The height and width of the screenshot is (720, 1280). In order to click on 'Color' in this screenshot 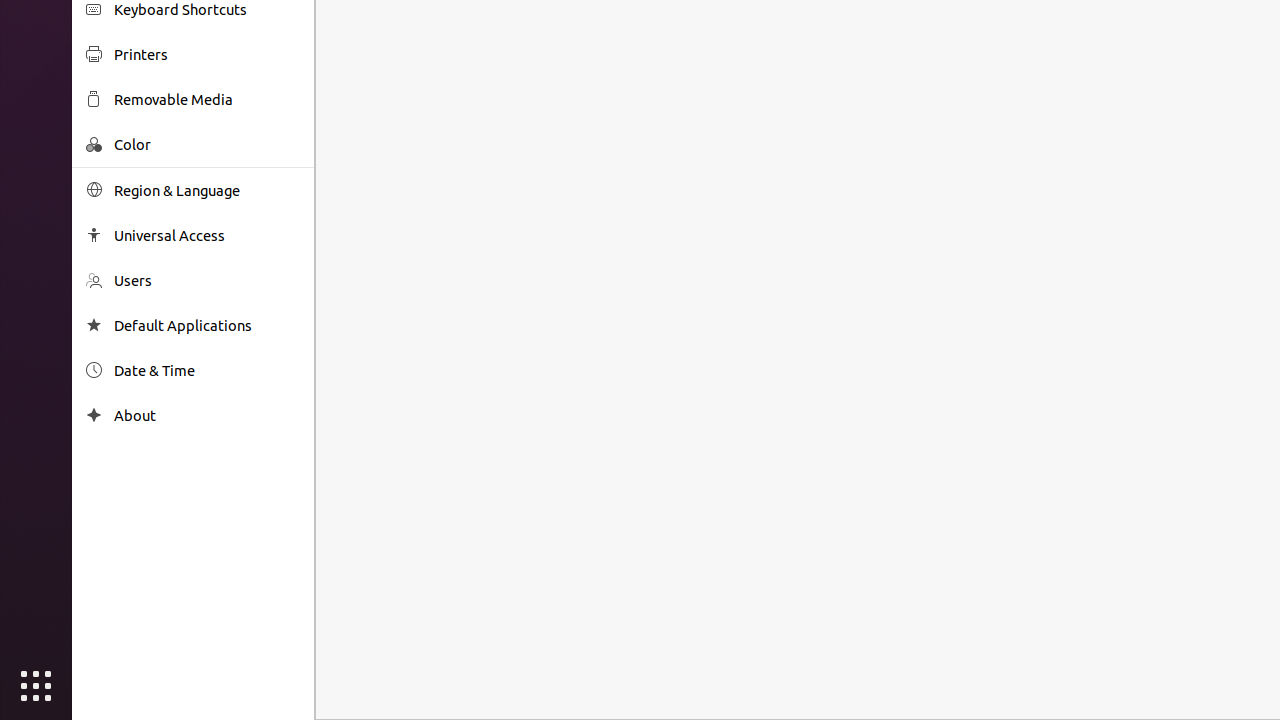, I will do `click(206, 143)`.